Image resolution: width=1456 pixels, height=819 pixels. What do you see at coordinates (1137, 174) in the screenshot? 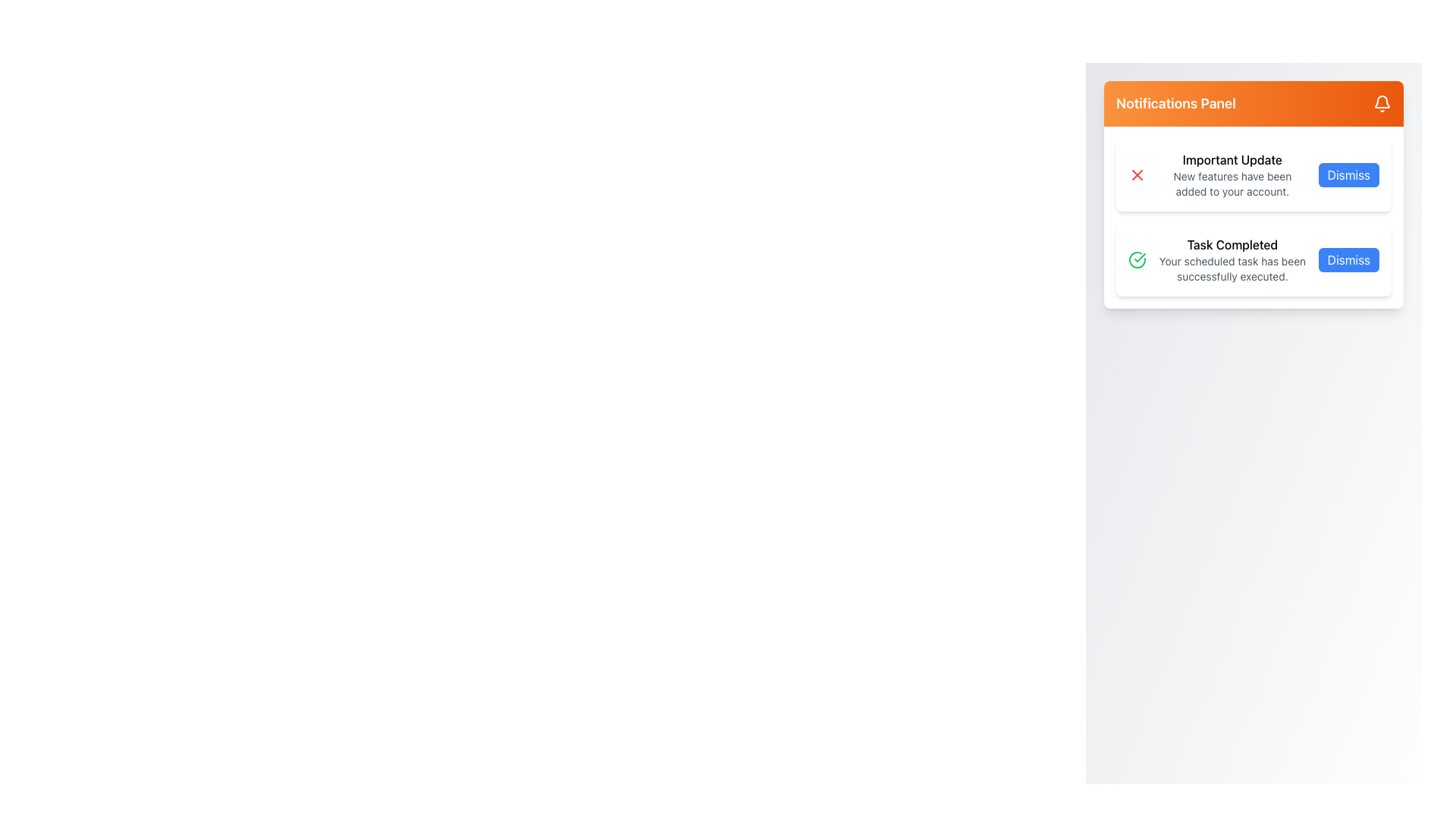
I see `the bright red cross icon located in the 'Important Update' notification within the Notifications Panel` at bounding box center [1137, 174].